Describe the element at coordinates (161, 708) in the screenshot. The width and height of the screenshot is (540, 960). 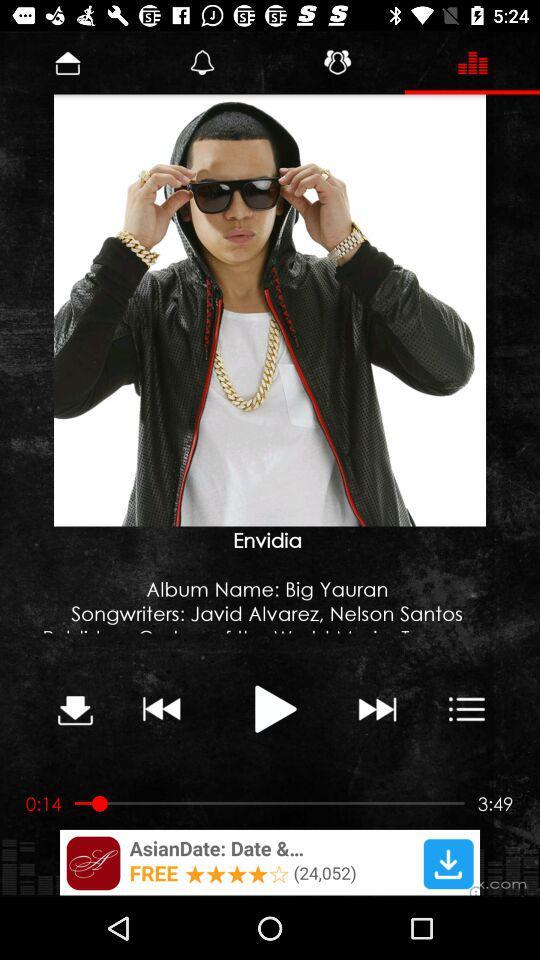
I see `the av_rewind icon` at that location.